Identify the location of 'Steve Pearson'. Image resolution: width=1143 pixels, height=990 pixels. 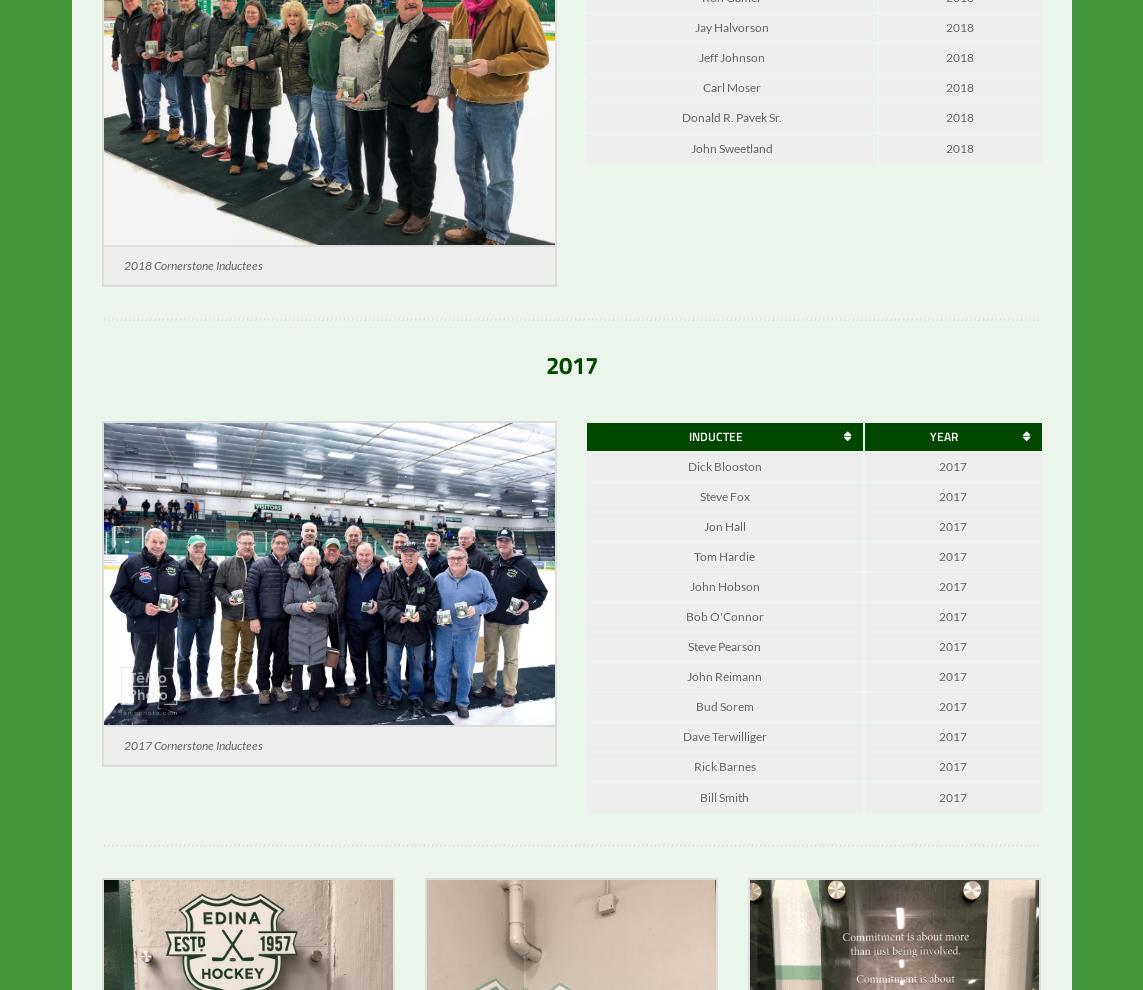
(724, 660).